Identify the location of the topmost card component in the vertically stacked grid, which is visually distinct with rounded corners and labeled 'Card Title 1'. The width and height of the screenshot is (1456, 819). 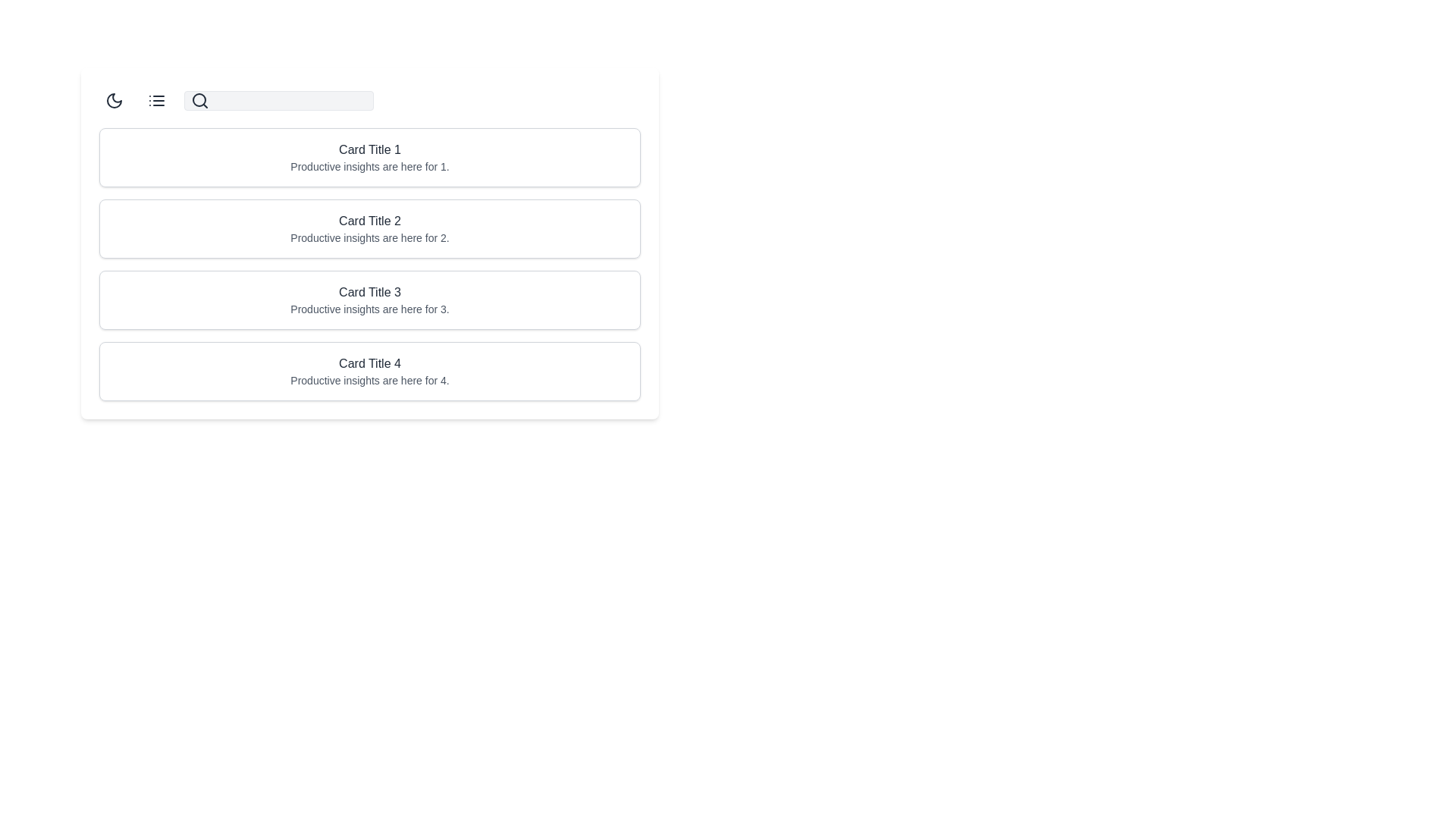
(370, 158).